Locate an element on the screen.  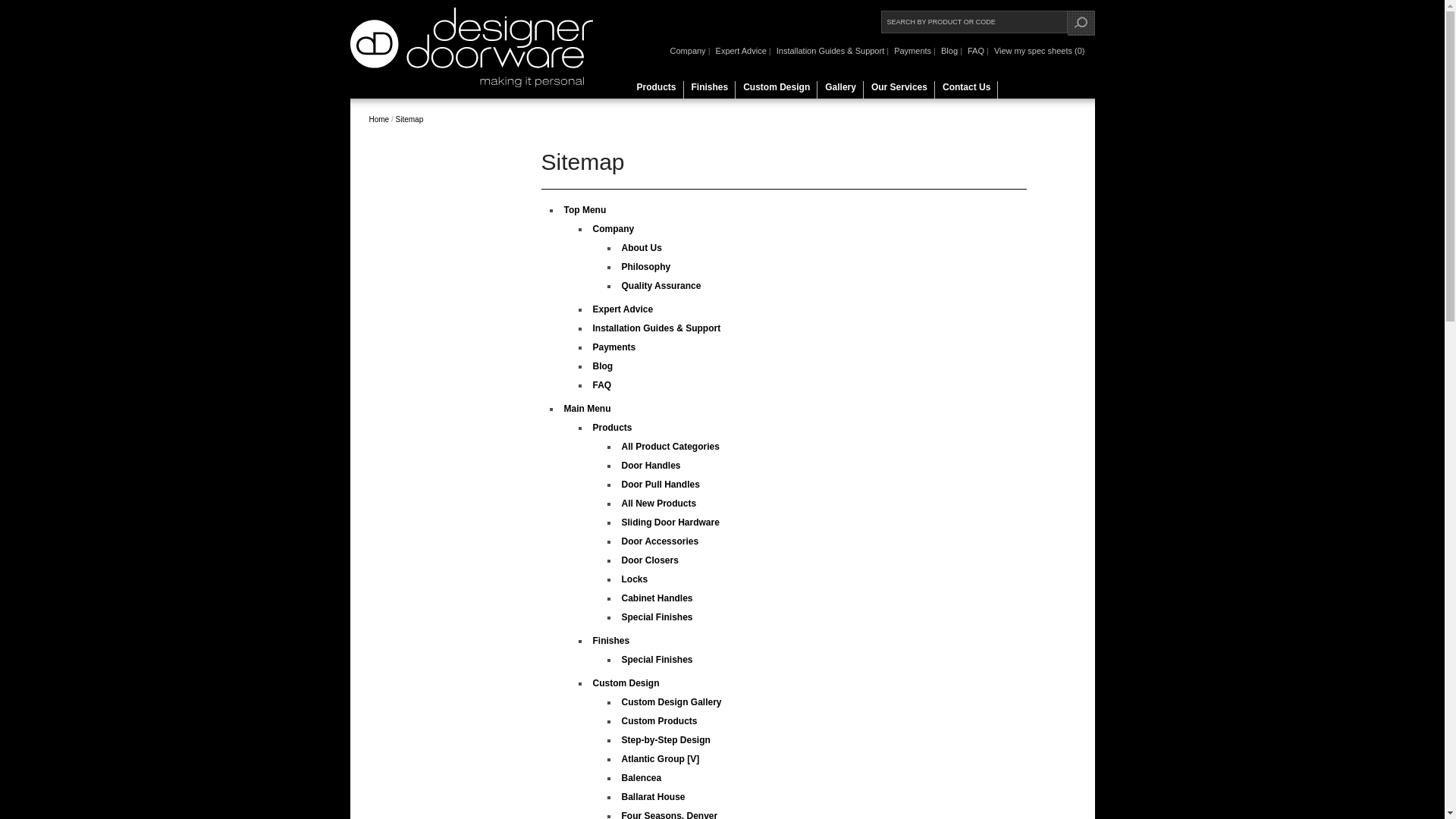
'About Us' is located at coordinates (622, 247).